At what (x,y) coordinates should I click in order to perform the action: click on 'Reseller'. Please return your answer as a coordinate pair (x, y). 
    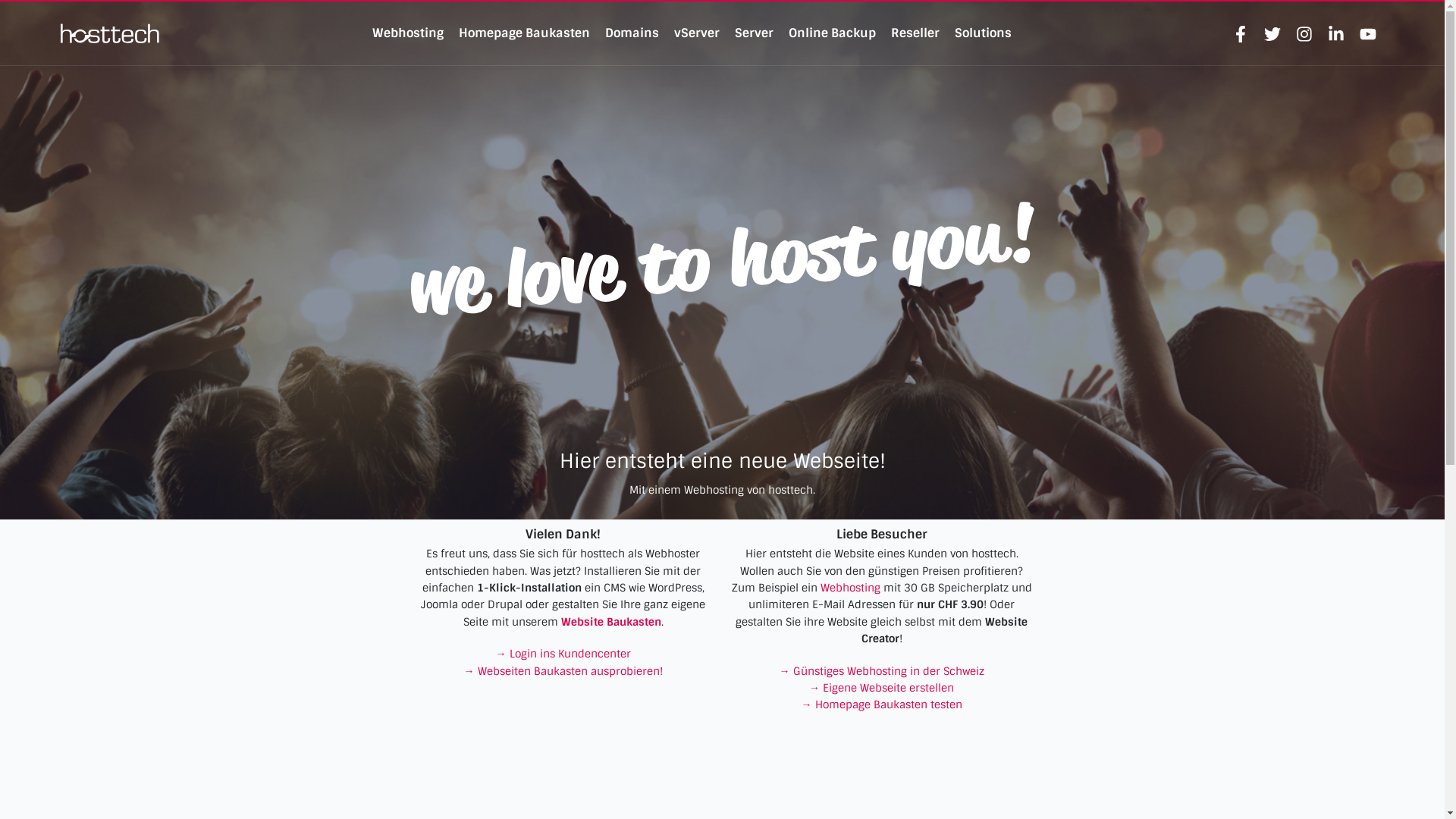
    Looking at the image, I should click on (891, 33).